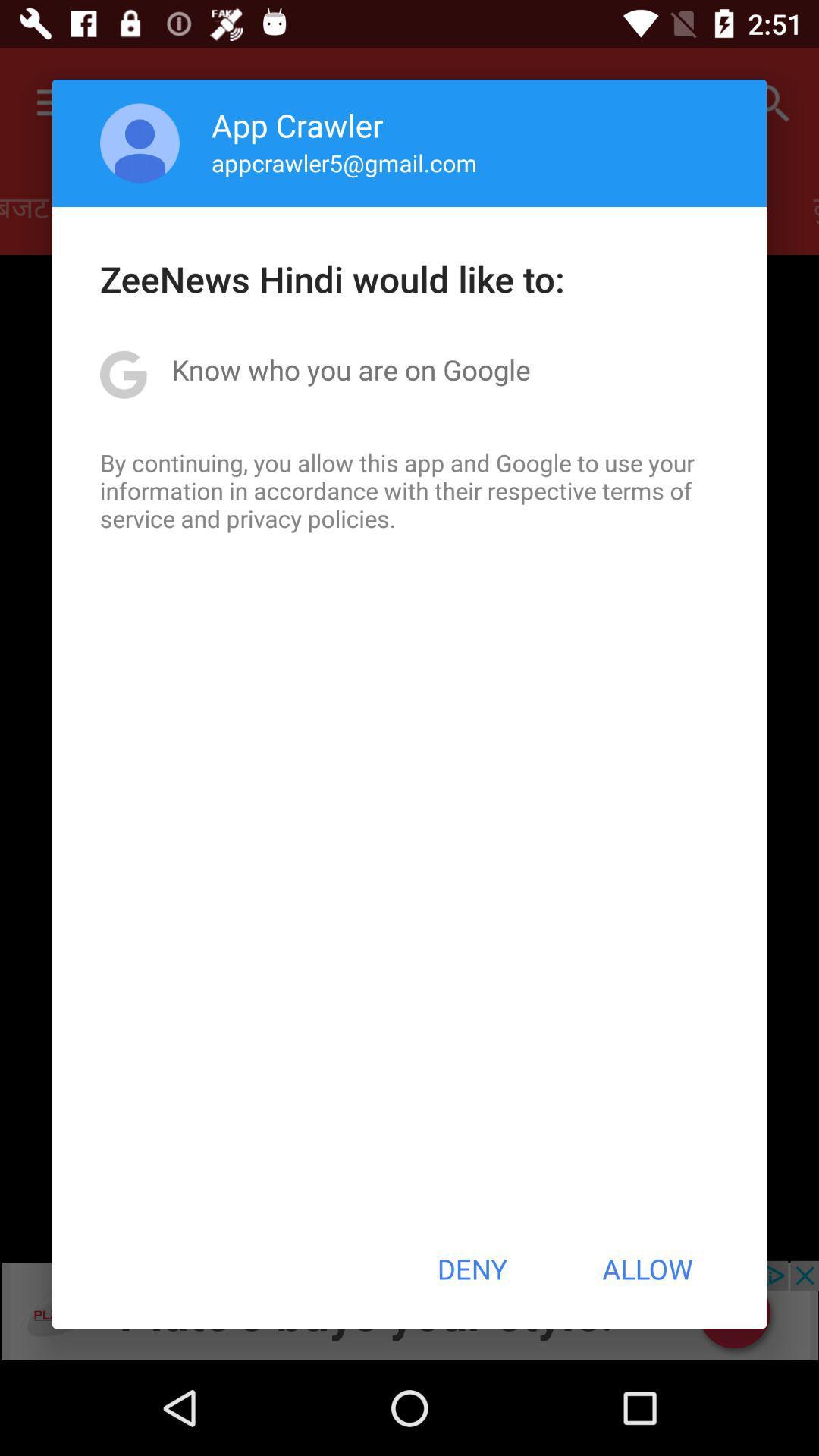 Image resolution: width=819 pixels, height=1456 pixels. Describe the element at coordinates (351, 369) in the screenshot. I see `know who you` at that location.